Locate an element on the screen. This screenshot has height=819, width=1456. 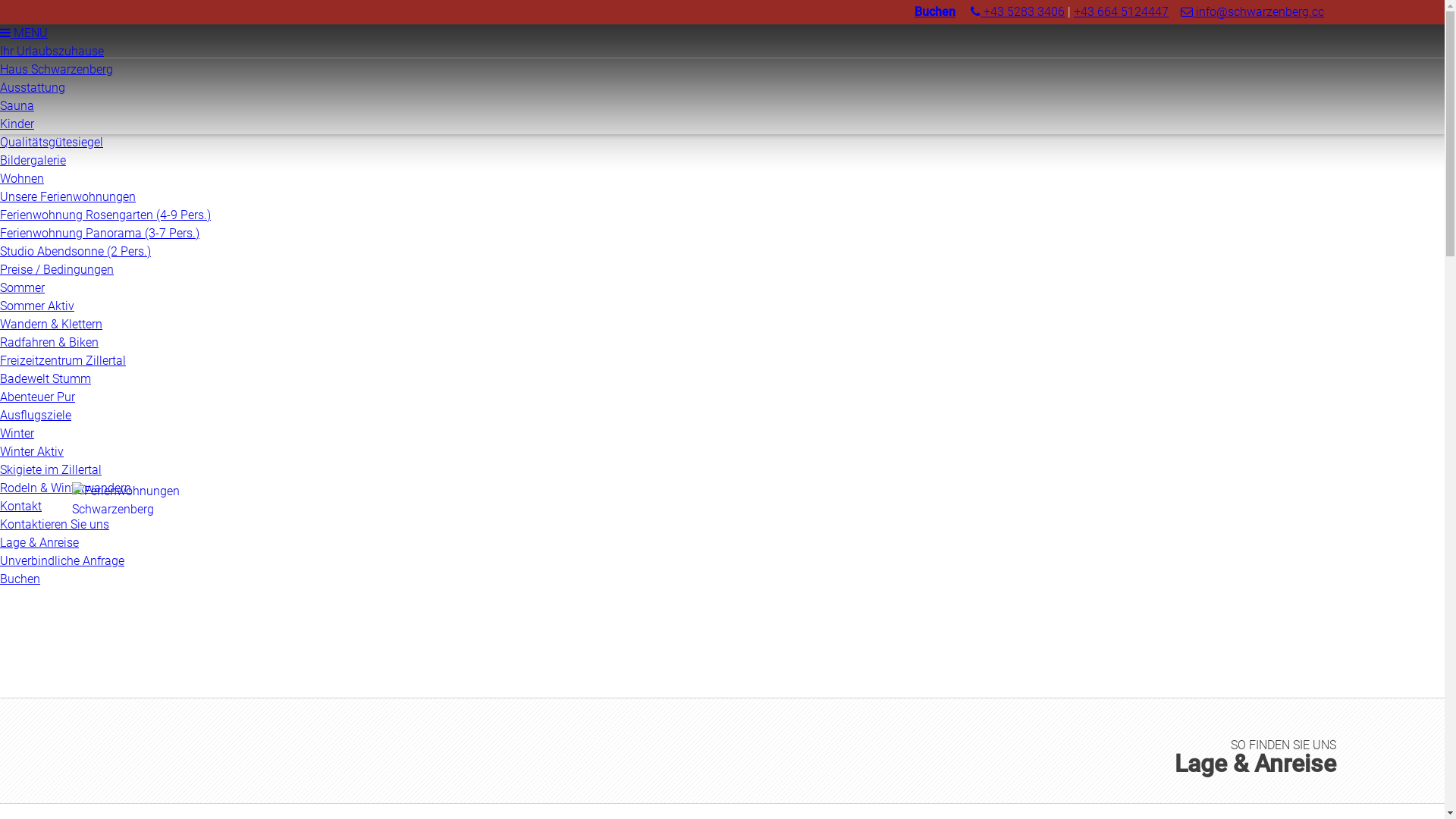
'Kinder' is located at coordinates (17, 123).